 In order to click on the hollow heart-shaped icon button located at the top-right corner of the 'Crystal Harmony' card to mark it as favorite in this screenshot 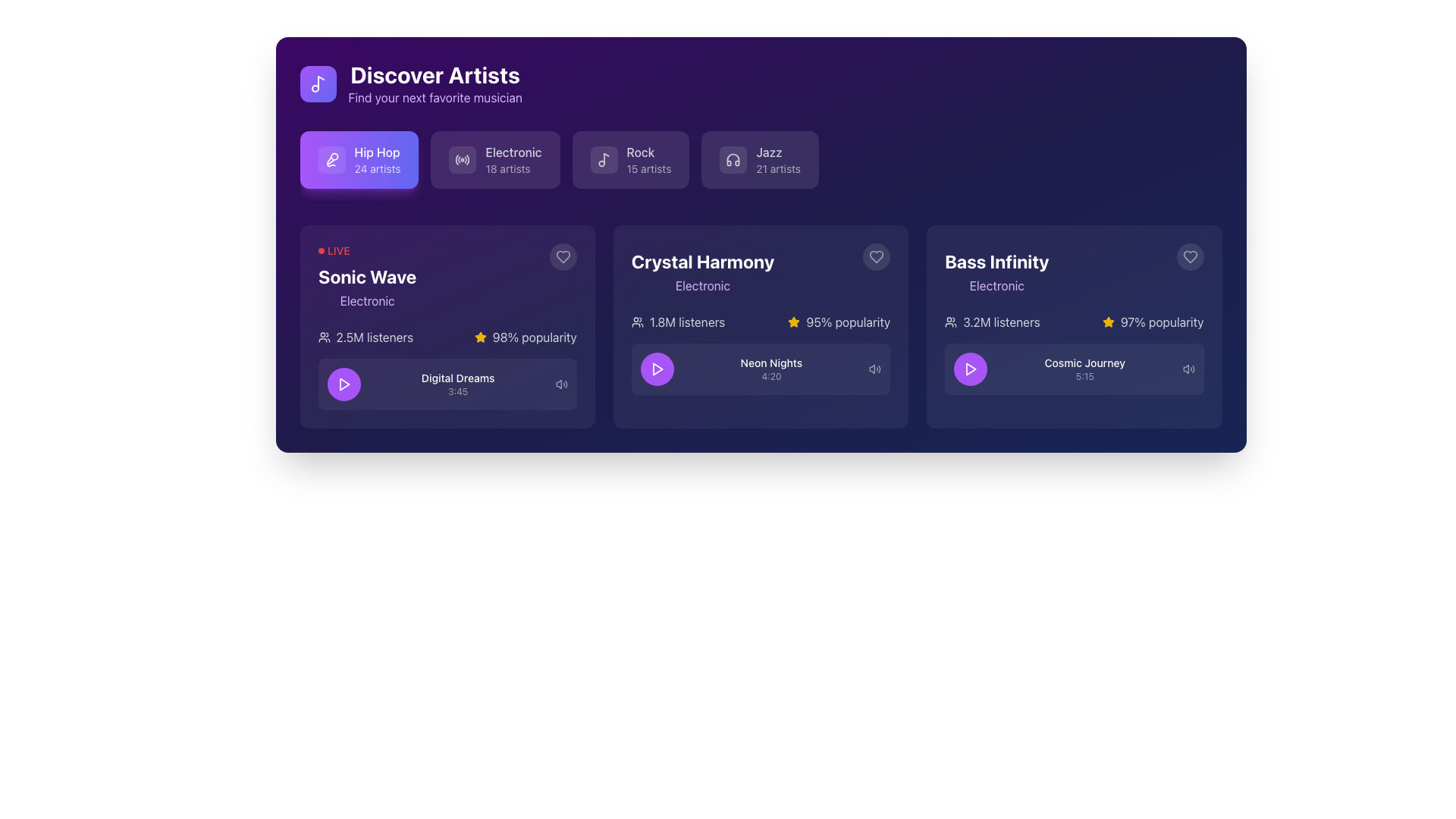, I will do `click(877, 256)`.